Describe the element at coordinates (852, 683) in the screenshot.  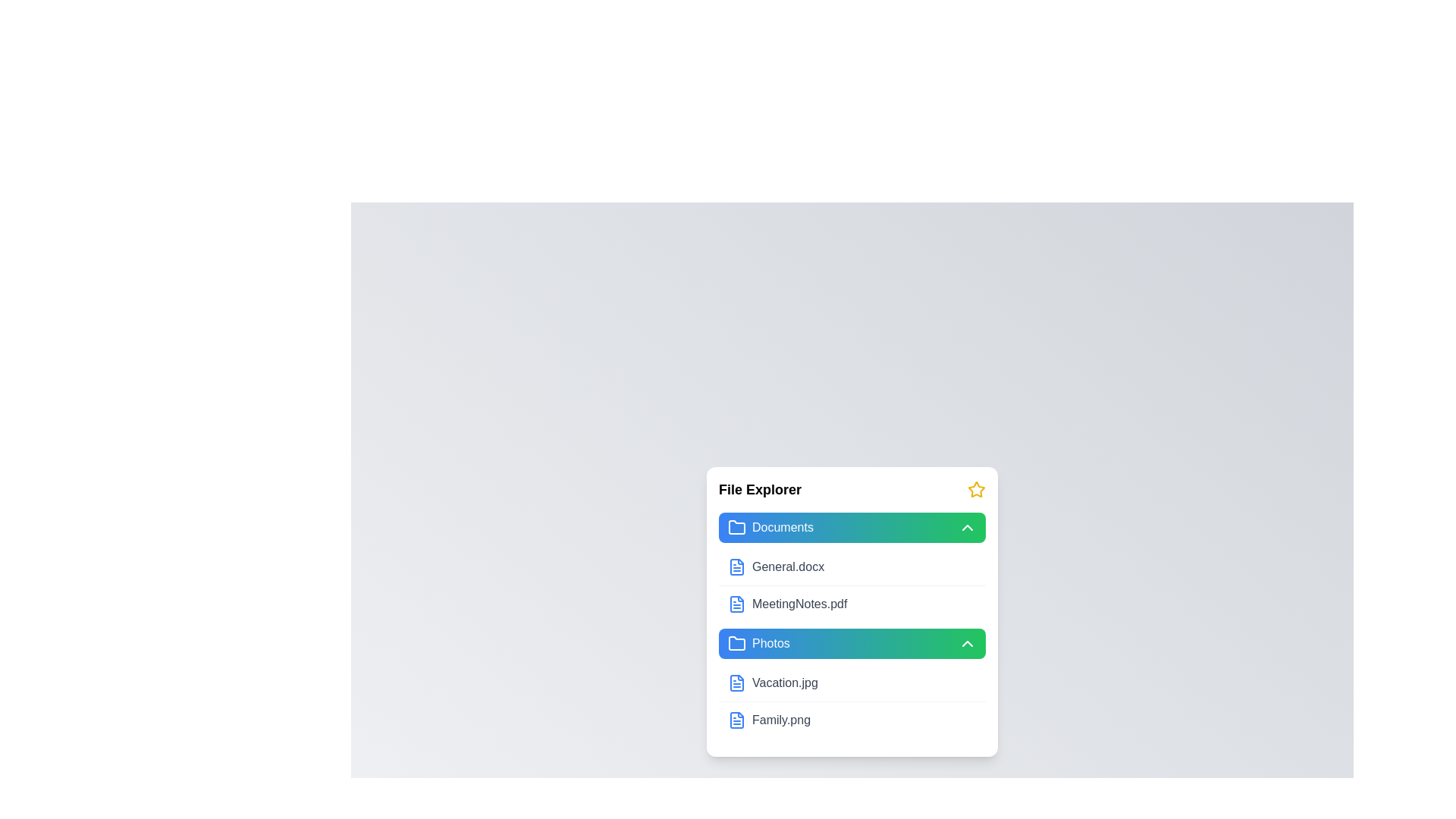
I see `the file item Vacation.jpg` at that location.